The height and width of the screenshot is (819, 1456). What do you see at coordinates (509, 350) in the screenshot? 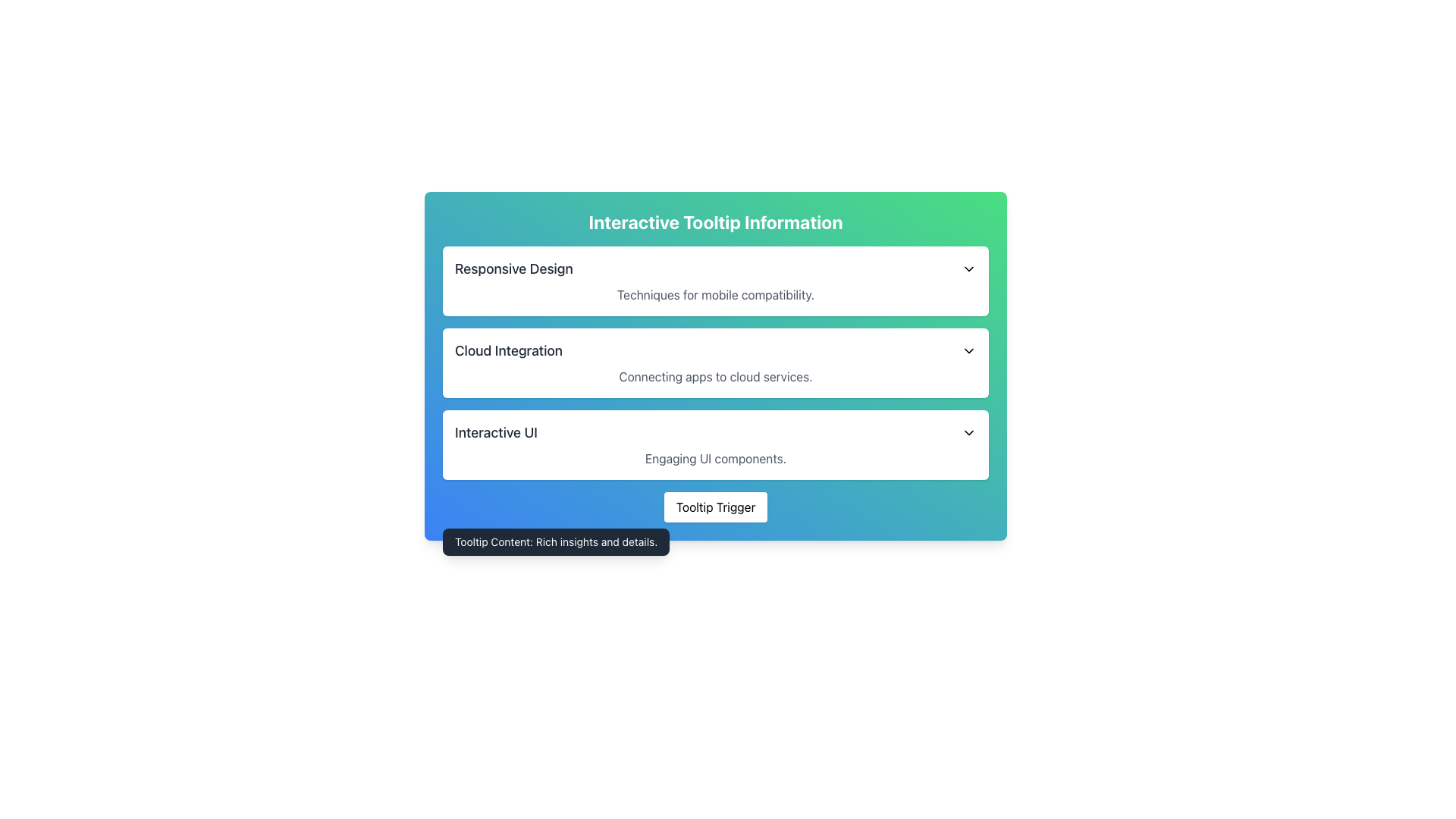
I see `the title text of the second item in the vertical list, which provides a description of the option` at bounding box center [509, 350].